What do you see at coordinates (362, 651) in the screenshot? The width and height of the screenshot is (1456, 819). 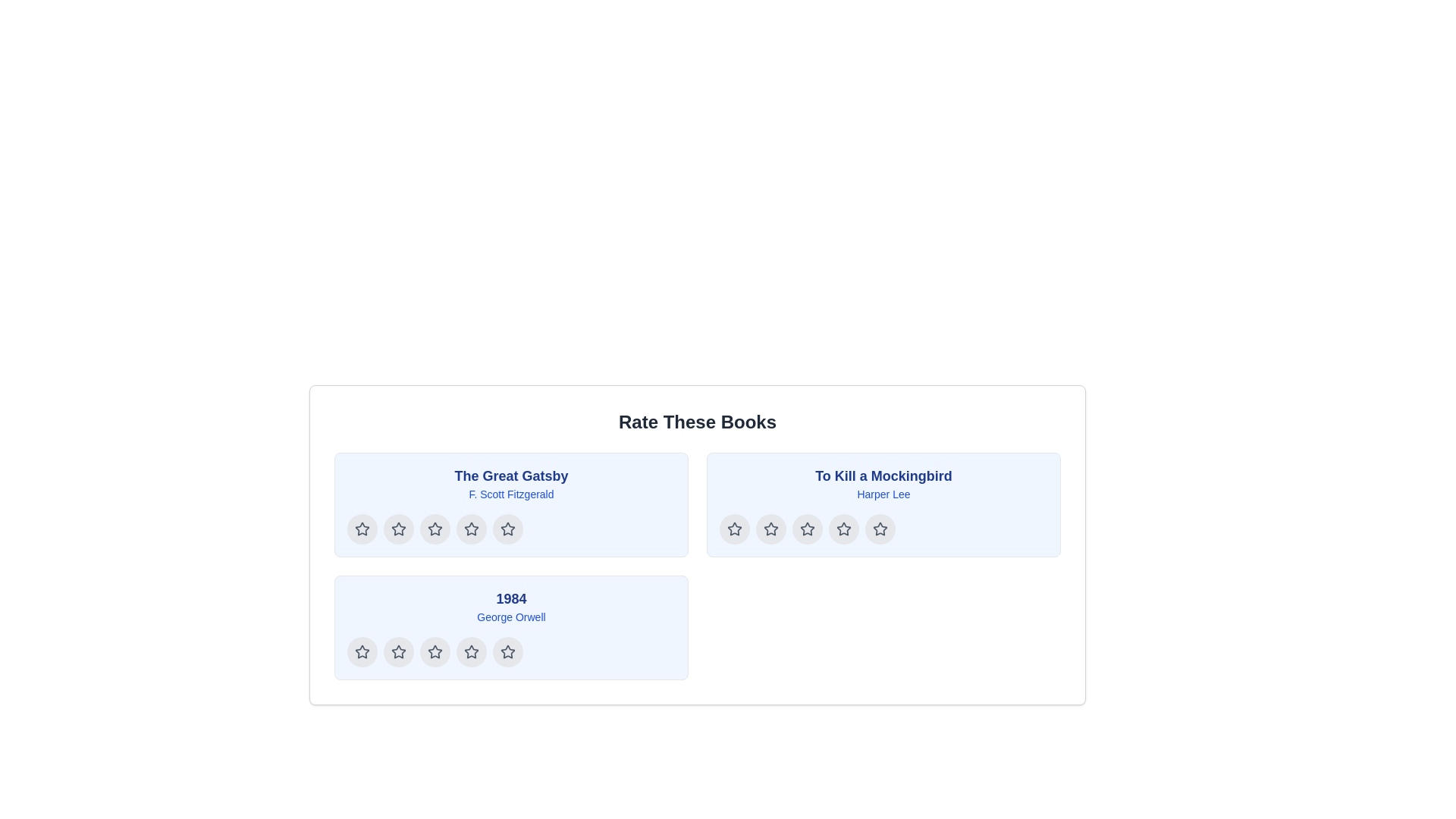 I see `the first star-shaped rating icon with a gray background located below the section labeled '1984' by George Orwell to rate` at bounding box center [362, 651].